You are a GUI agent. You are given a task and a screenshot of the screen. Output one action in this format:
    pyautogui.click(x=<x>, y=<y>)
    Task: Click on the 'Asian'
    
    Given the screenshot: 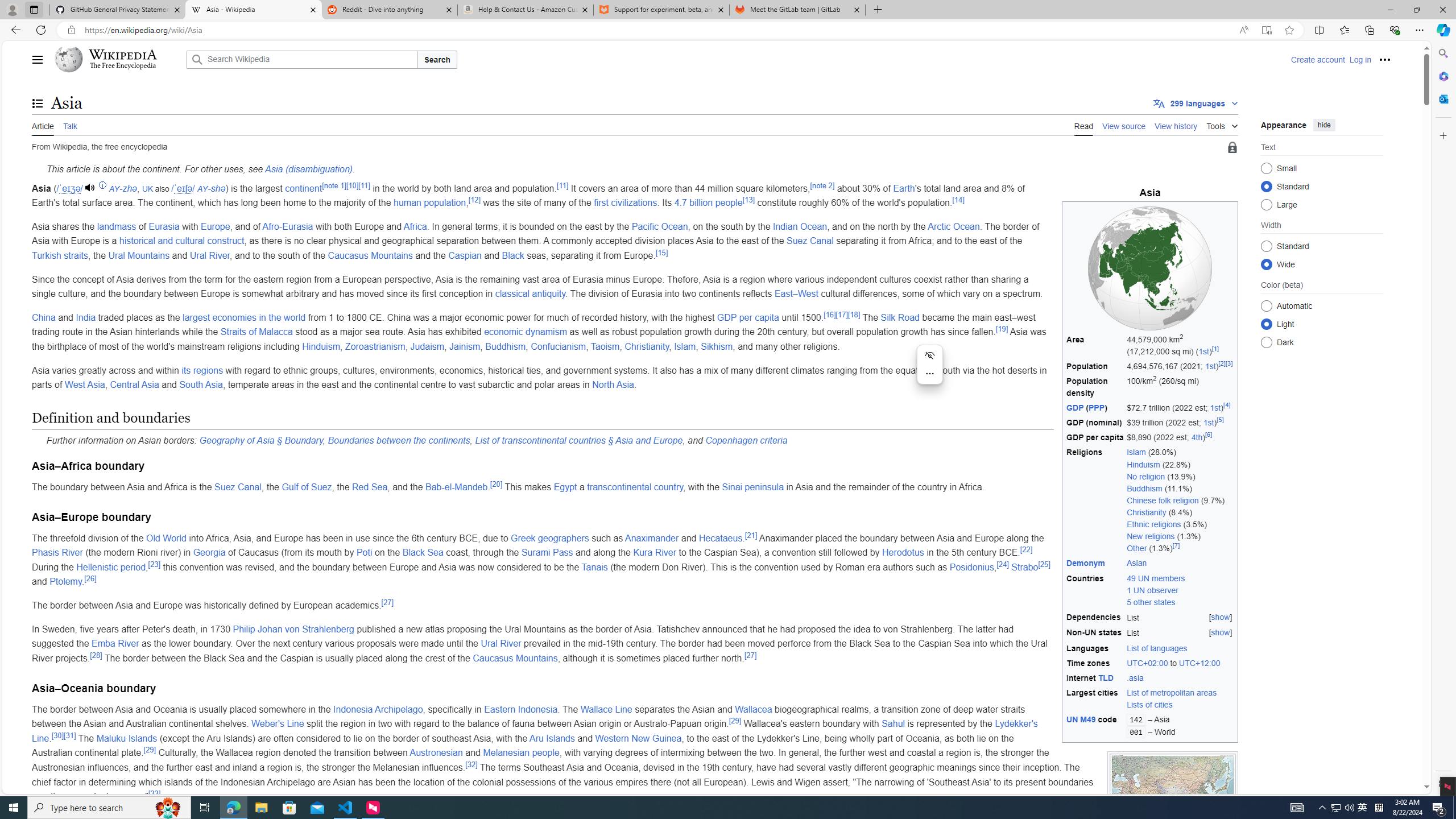 What is the action you would take?
    pyautogui.click(x=1136, y=562)
    